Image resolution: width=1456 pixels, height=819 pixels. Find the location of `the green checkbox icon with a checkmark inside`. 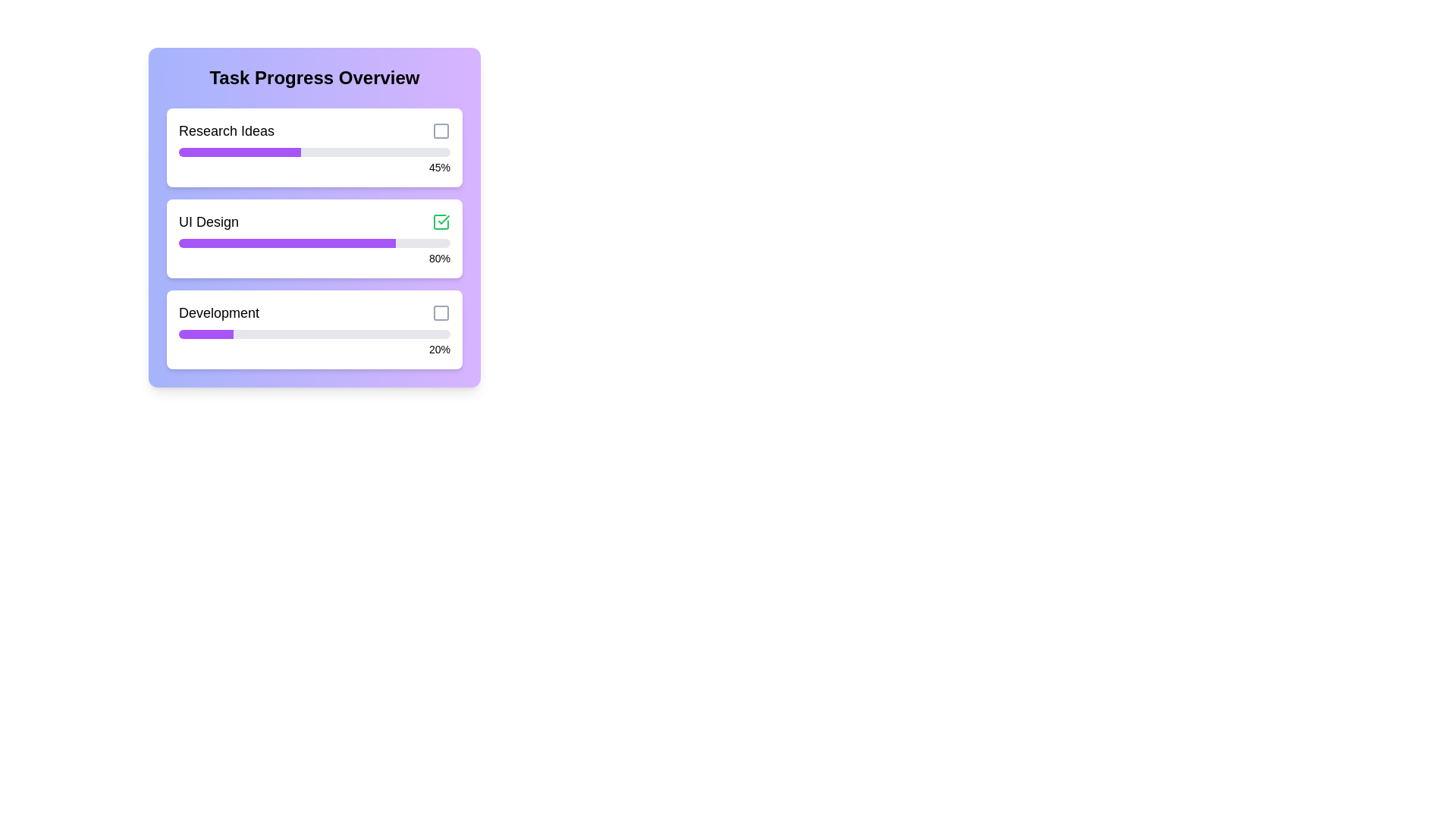

the green checkbox icon with a checkmark inside is located at coordinates (440, 222).